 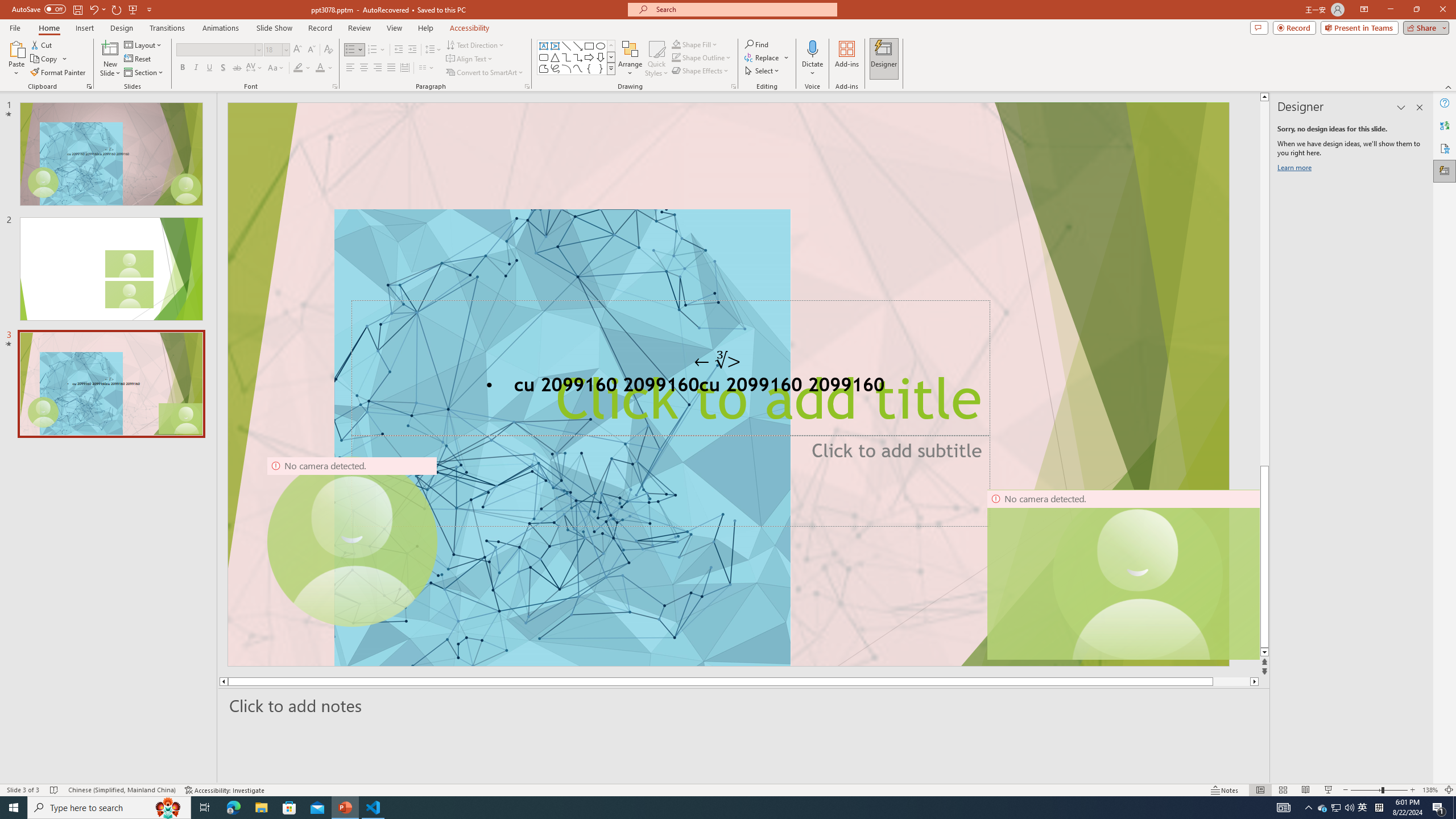 What do you see at coordinates (726, 386) in the screenshot?
I see `'TextBox 61'` at bounding box center [726, 386].